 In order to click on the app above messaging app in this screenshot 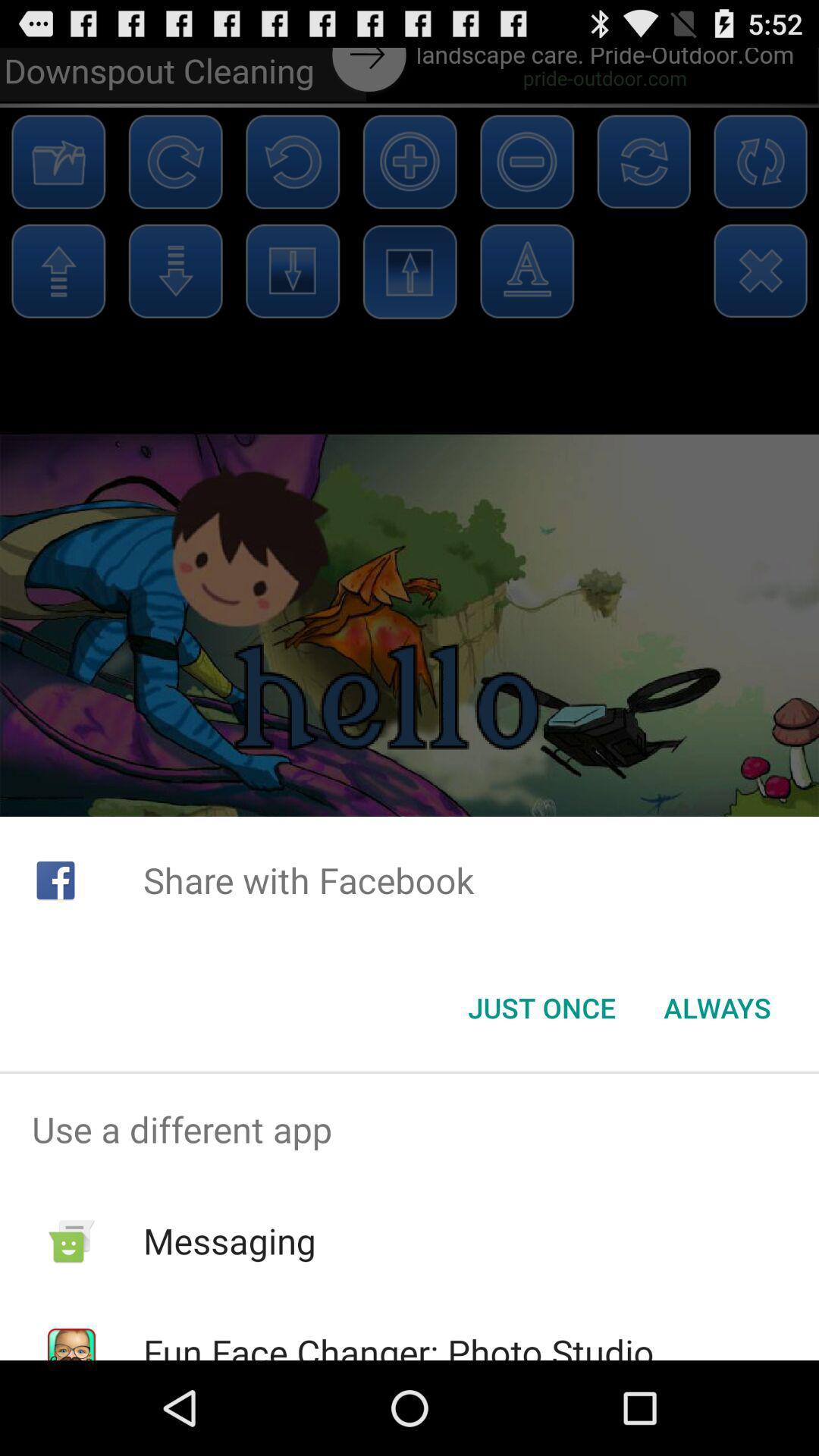, I will do `click(409, 1129)`.